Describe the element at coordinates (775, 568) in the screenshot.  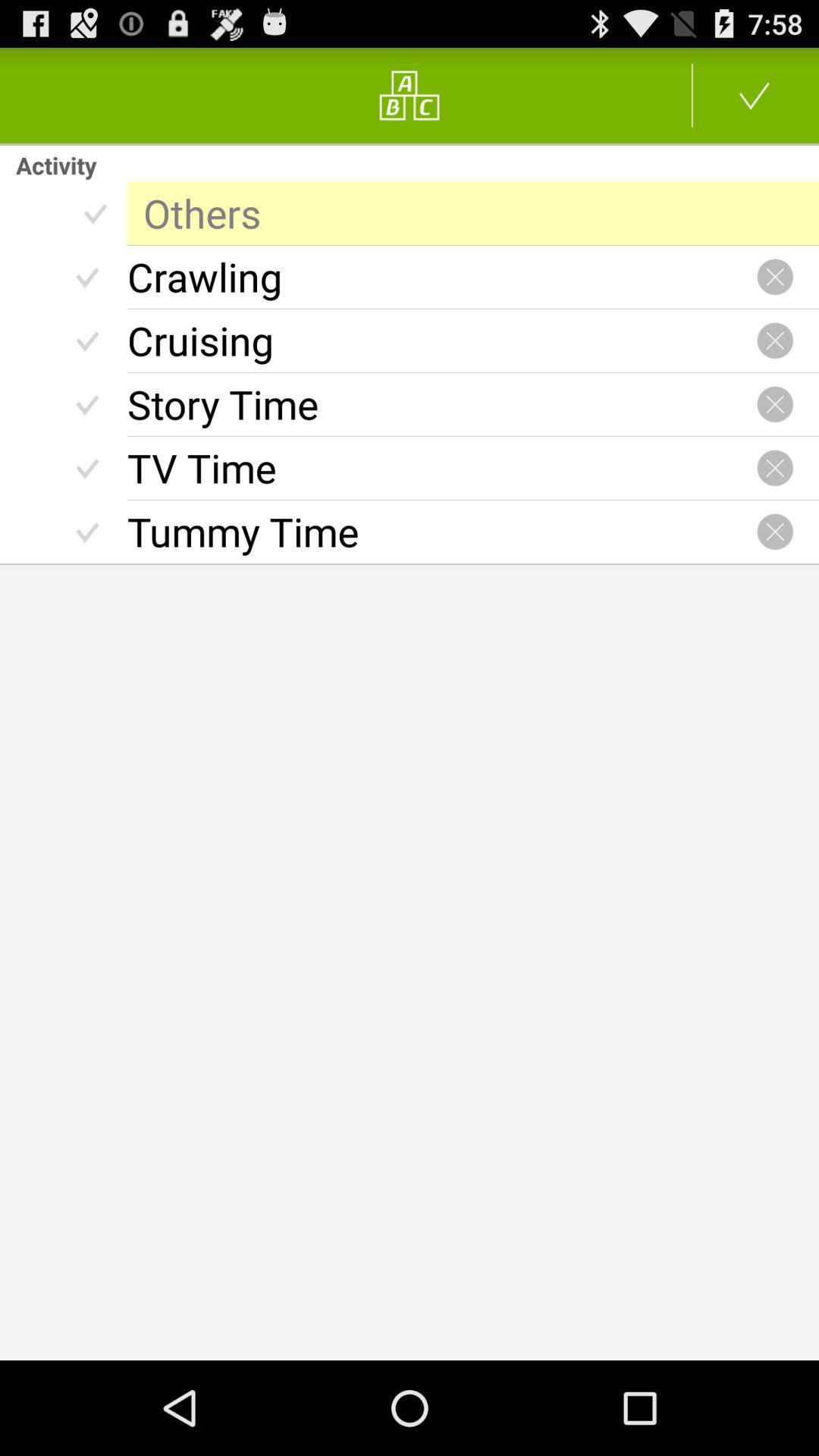
I see `the close icon` at that location.